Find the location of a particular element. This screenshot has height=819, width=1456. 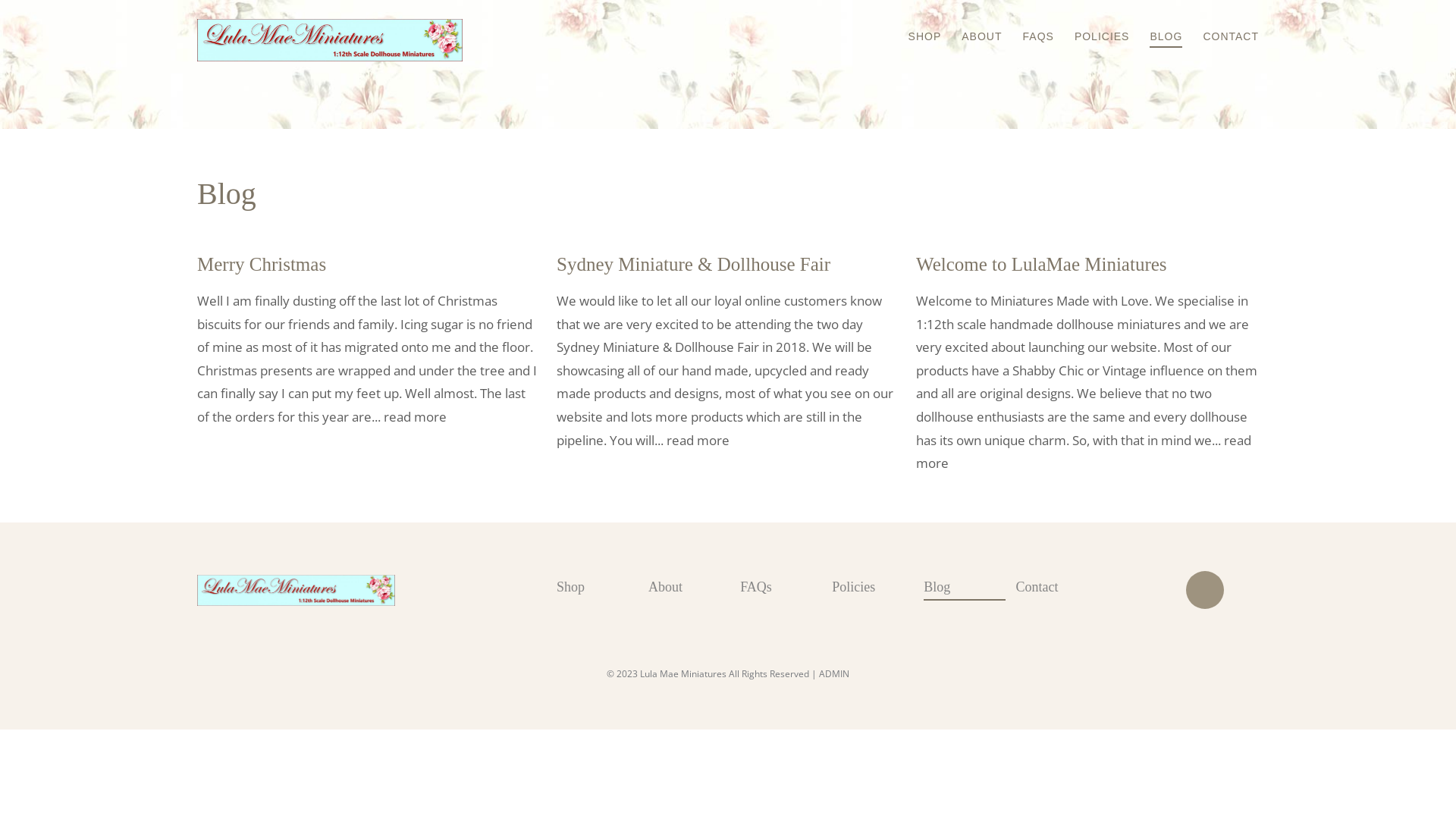

'ADMIN' is located at coordinates (818, 673).